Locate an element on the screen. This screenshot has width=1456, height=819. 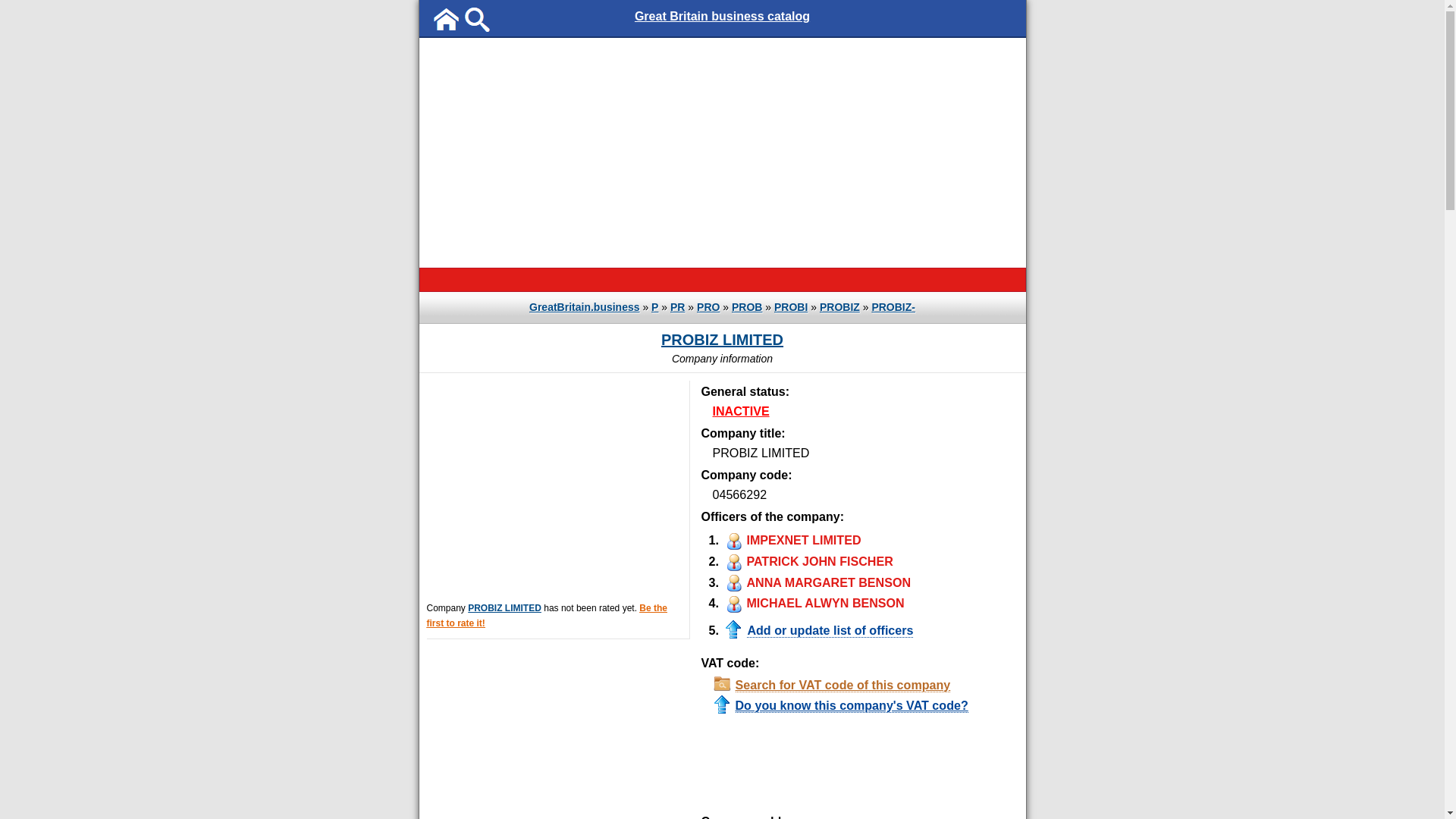
'More info about MICHAEL ALWYN BENSONMICHAEL ALWYN BENSON' is located at coordinates (811, 601).